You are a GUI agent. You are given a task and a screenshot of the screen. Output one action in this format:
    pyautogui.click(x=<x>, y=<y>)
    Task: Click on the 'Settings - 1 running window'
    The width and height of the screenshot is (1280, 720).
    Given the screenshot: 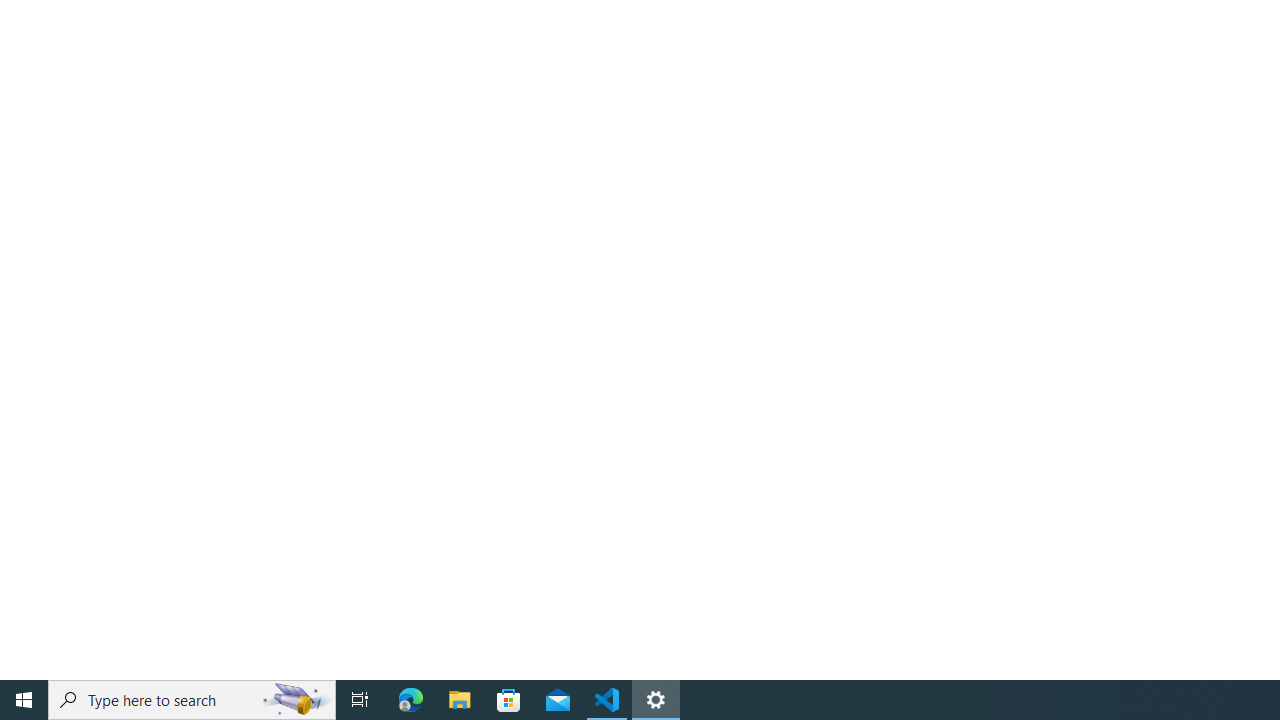 What is the action you would take?
    pyautogui.click(x=656, y=698)
    